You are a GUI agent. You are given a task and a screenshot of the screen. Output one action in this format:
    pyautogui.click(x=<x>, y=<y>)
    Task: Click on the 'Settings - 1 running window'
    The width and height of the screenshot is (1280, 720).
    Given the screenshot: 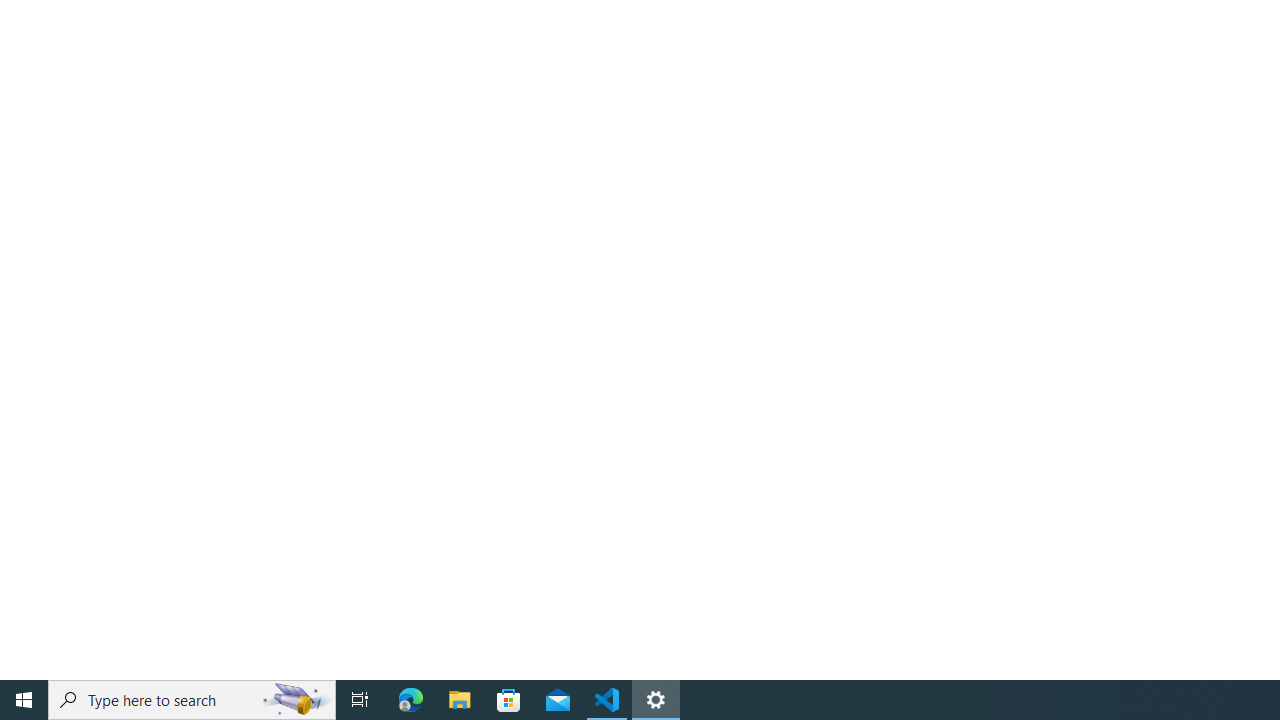 What is the action you would take?
    pyautogui.click(x=656, y=698)
    